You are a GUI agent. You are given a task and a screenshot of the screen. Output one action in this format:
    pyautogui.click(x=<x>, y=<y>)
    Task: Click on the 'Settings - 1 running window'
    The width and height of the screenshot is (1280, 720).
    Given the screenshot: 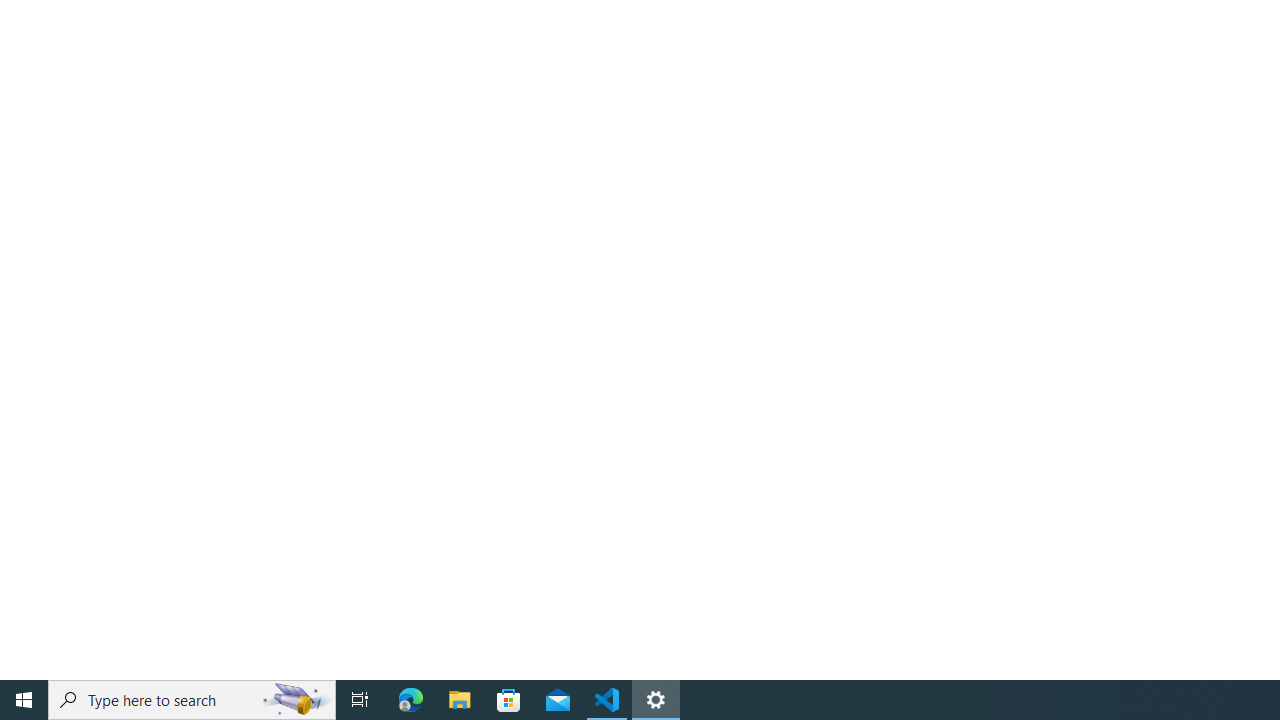 What is the action you would take?
    pyautogui.click(x=656, y=698)
    